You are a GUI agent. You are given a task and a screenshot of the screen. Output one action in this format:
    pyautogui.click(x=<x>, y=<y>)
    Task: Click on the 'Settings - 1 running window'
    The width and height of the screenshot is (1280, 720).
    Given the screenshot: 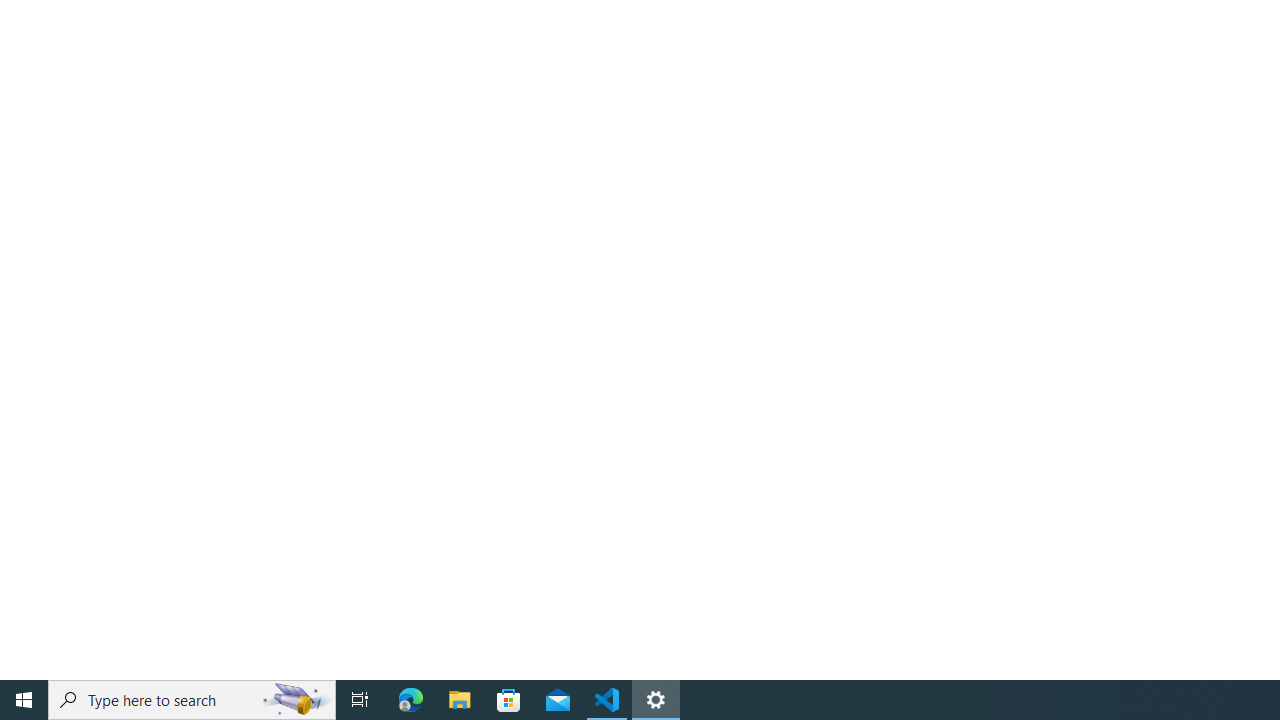 What is the action you would take?
    pyautogui.click(x=656, y=698)
    